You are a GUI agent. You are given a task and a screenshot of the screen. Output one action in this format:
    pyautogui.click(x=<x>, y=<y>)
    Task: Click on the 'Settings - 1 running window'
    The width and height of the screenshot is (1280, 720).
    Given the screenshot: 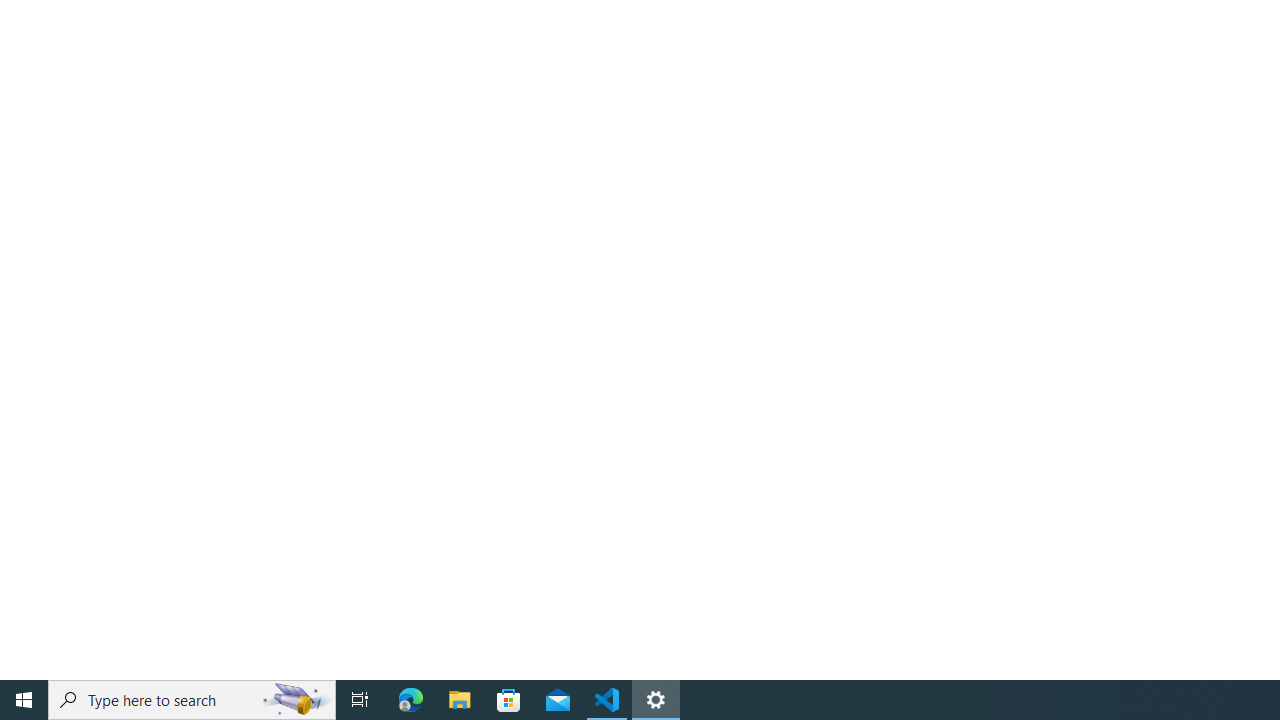 What is the action you would take?
    pyautogui.click(x=656, y=698)
    